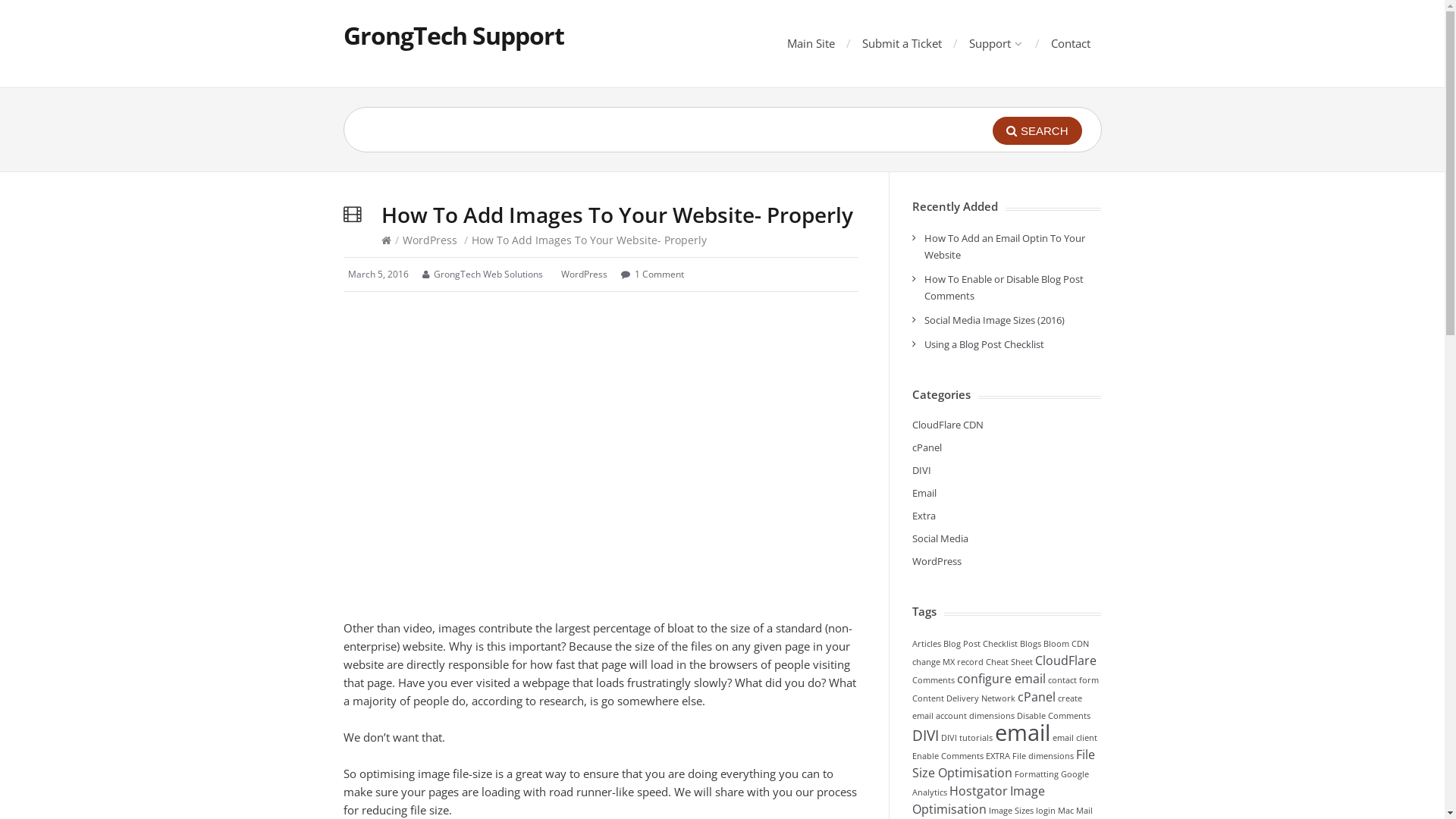 This screenshot has height=819, width=1456. What do you see at coordinates (942, 643) in the screenshot?
I see `'Blog Post Checklist'` at bounding box center [942, 643].